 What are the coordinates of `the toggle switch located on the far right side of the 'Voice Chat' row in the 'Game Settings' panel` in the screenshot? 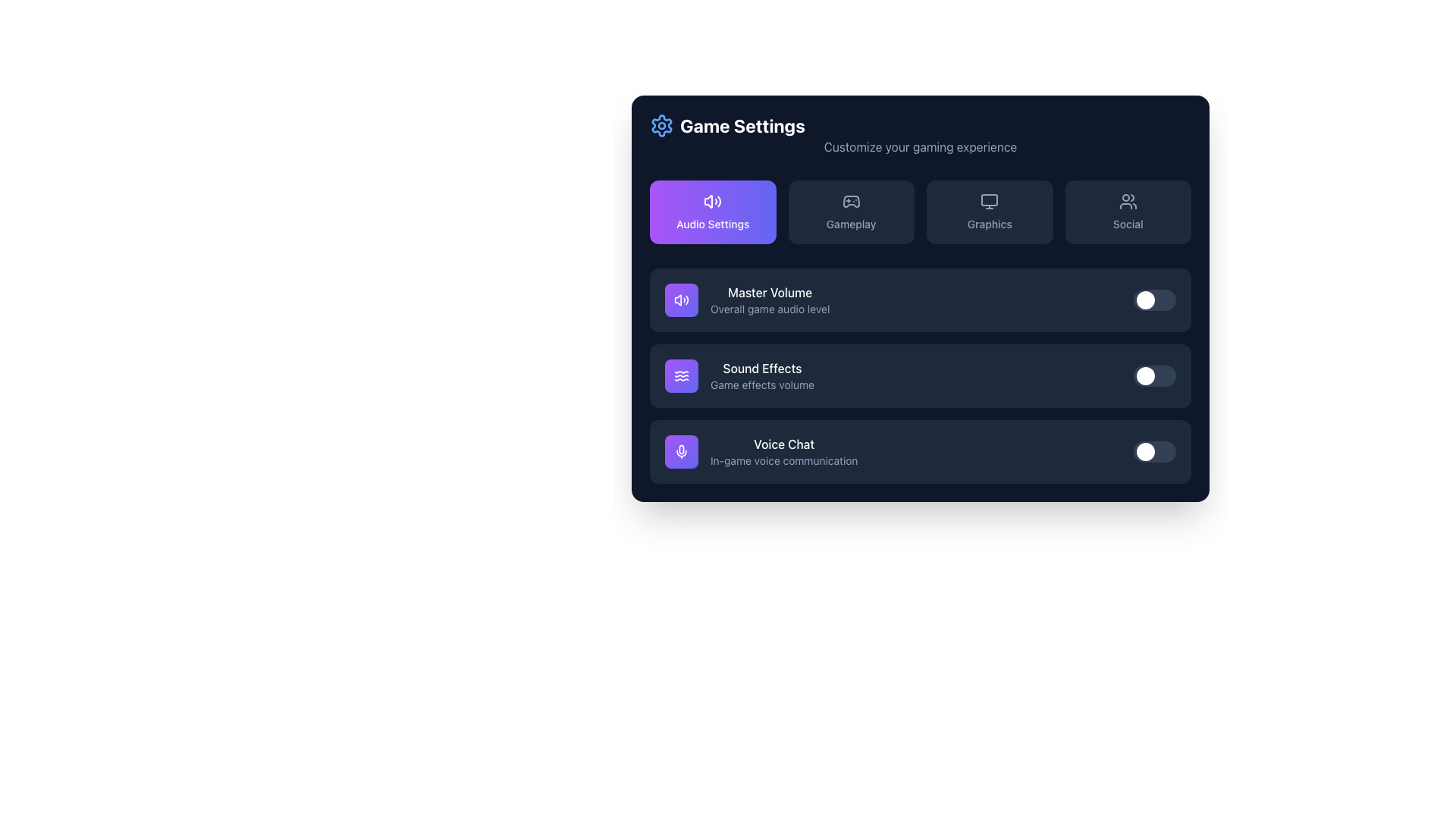 It's located at (1153, 451).